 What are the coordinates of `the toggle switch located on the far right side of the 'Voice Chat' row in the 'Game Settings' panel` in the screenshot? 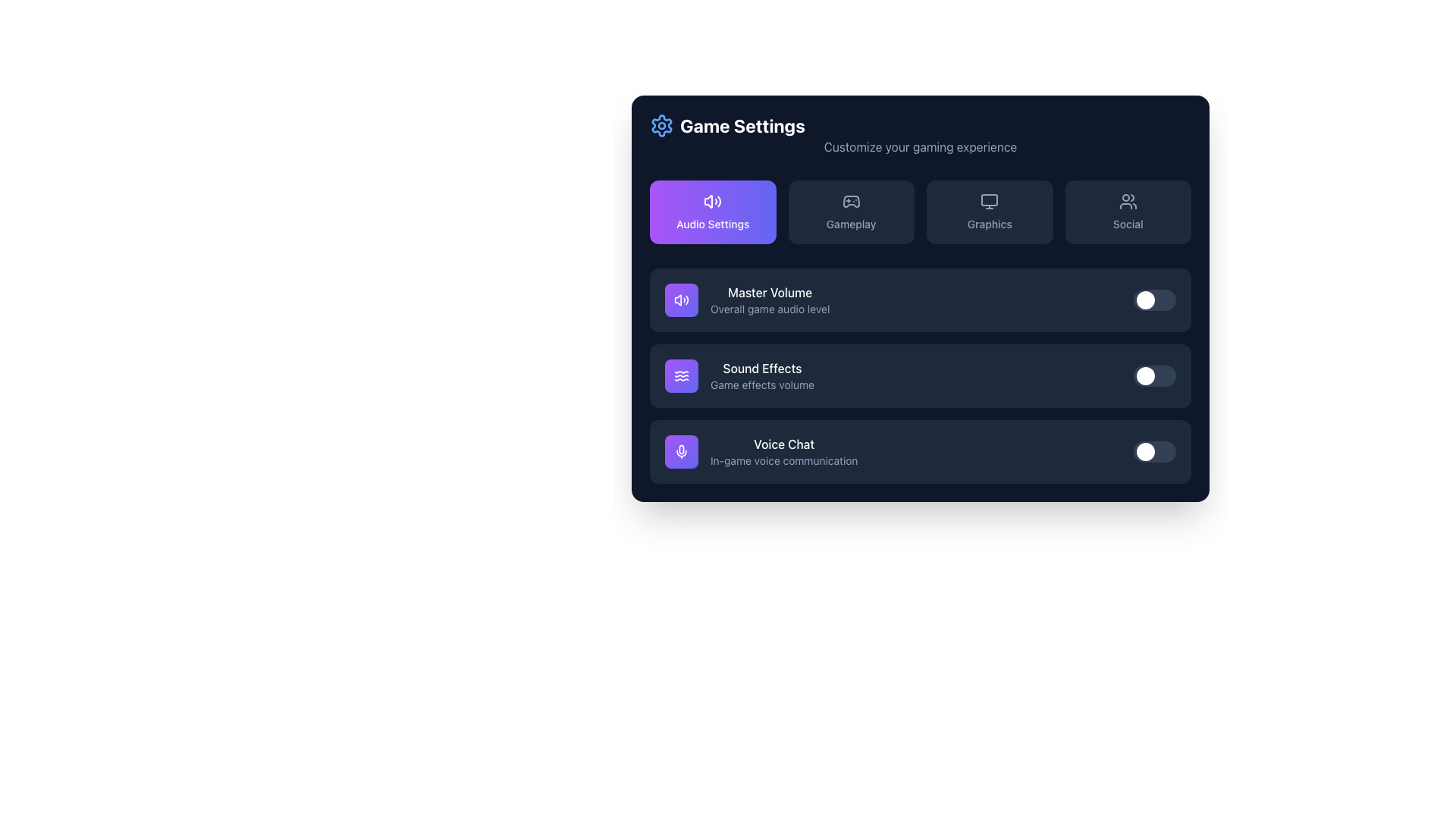 It's located at (1153, 451).